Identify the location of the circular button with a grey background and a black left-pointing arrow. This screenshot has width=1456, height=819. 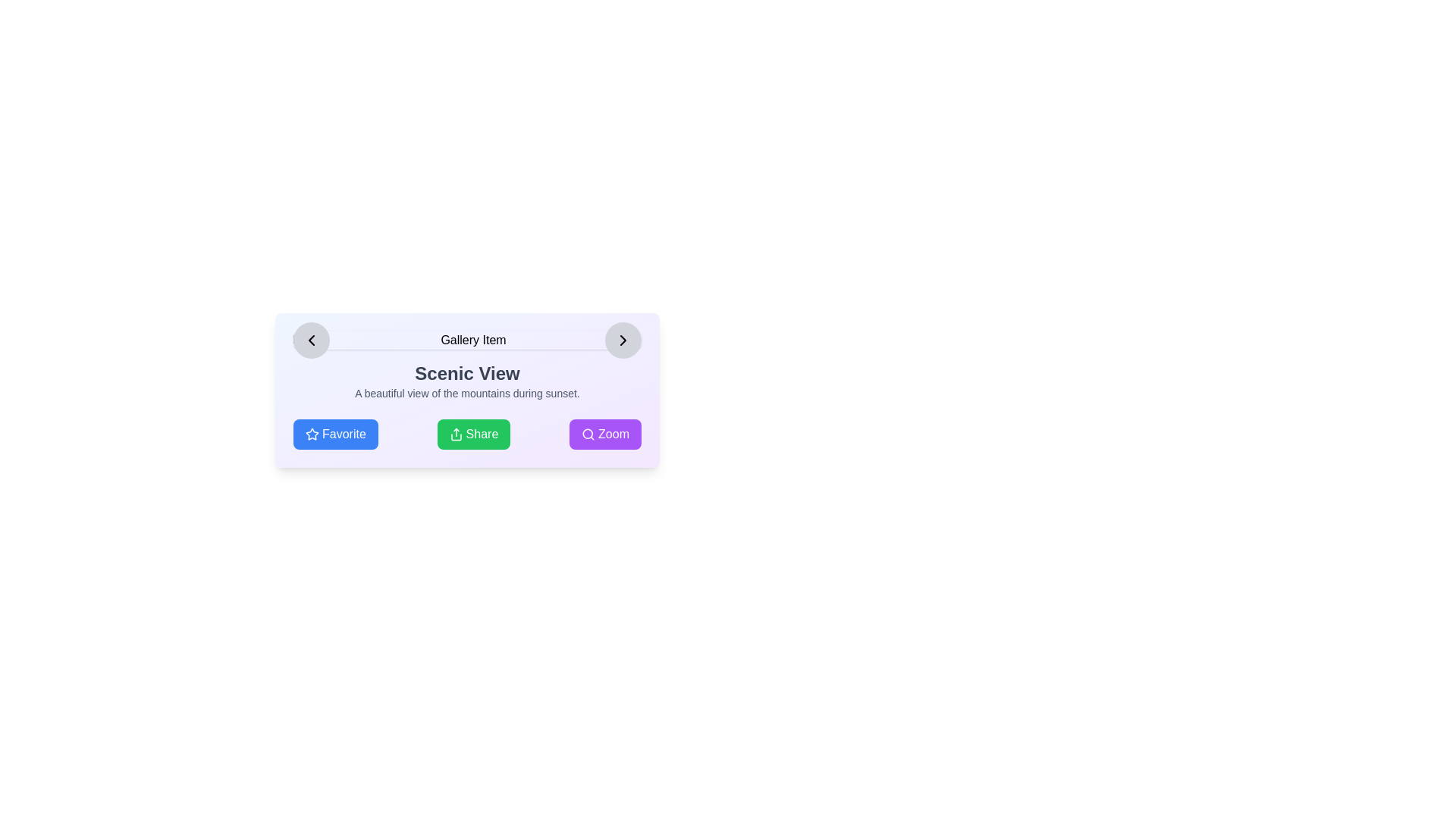
(311, 339).